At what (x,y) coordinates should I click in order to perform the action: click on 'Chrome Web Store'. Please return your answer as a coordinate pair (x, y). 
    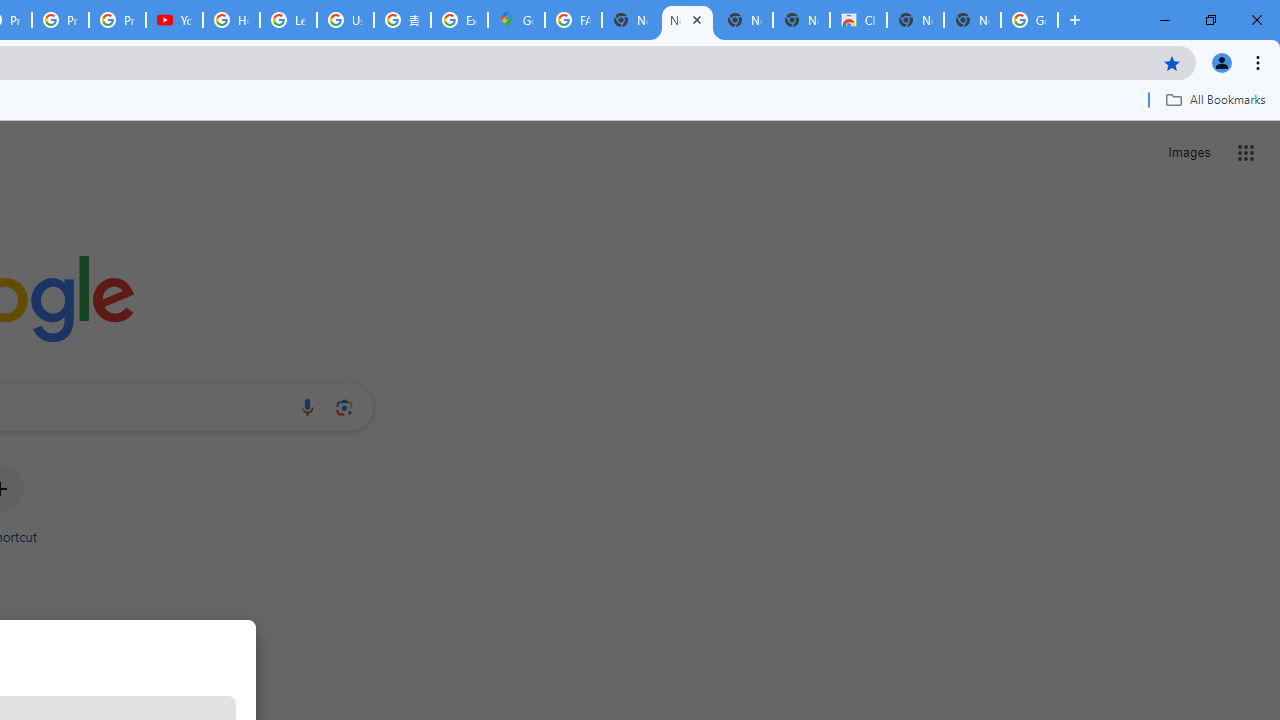
    Looking at the image, I should click on (858, 20).